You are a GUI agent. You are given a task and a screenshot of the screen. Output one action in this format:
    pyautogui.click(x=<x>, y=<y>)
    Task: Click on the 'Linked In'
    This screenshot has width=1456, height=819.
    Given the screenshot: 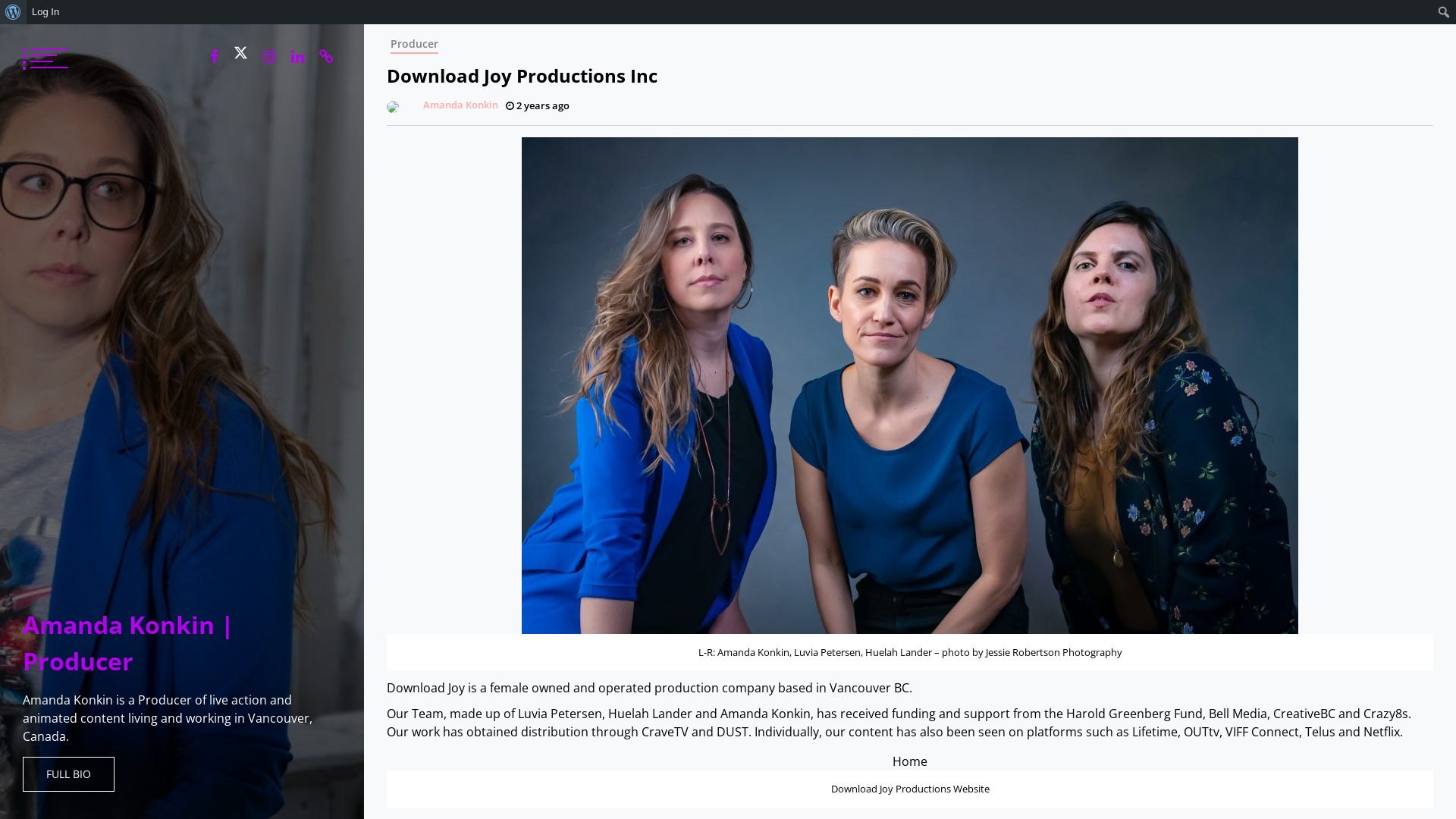 What is the action you would take?
    pyautogui.click(x=297, y=55)
    